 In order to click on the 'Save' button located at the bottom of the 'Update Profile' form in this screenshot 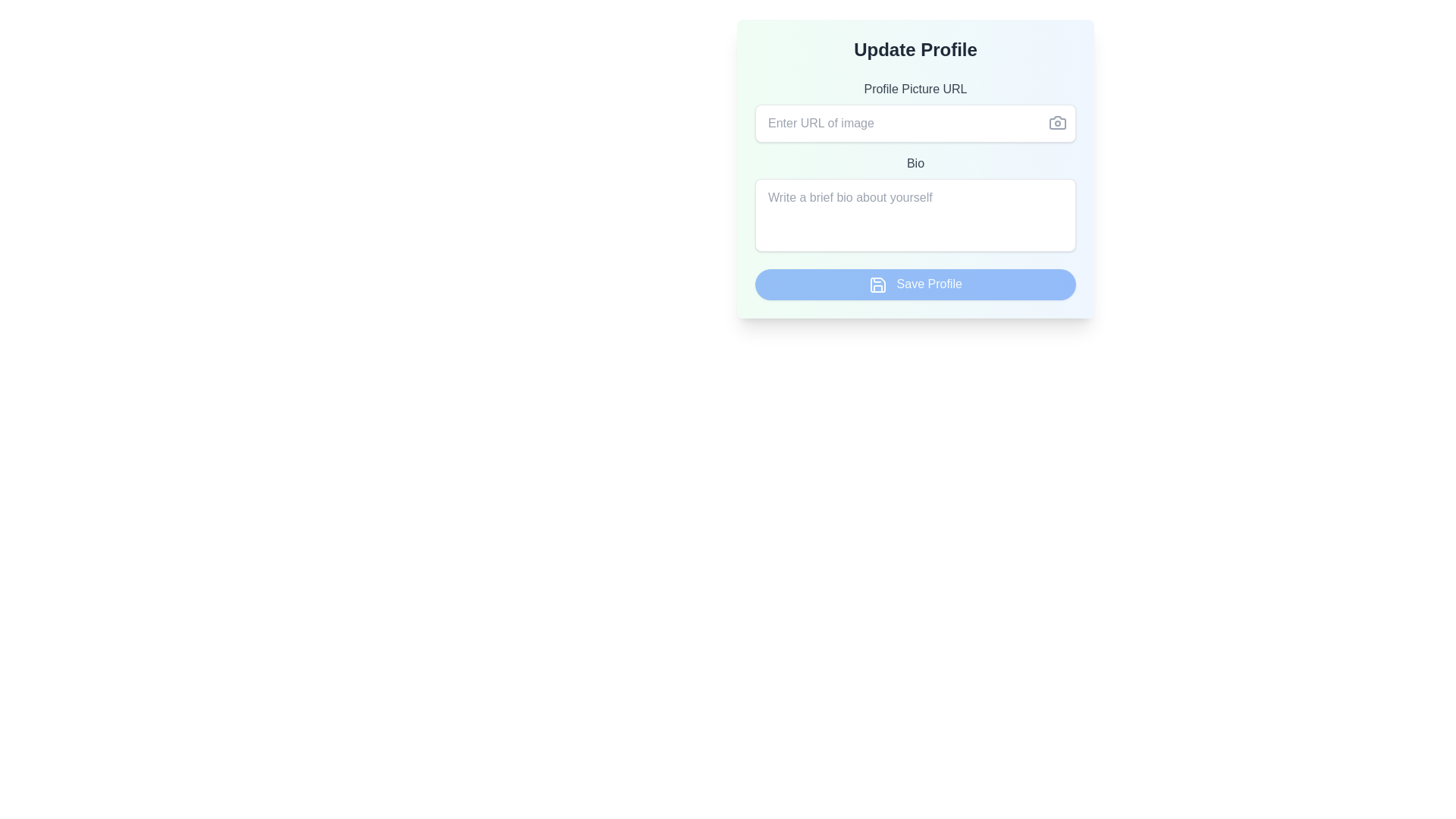, I will do `click(915, 284)`.